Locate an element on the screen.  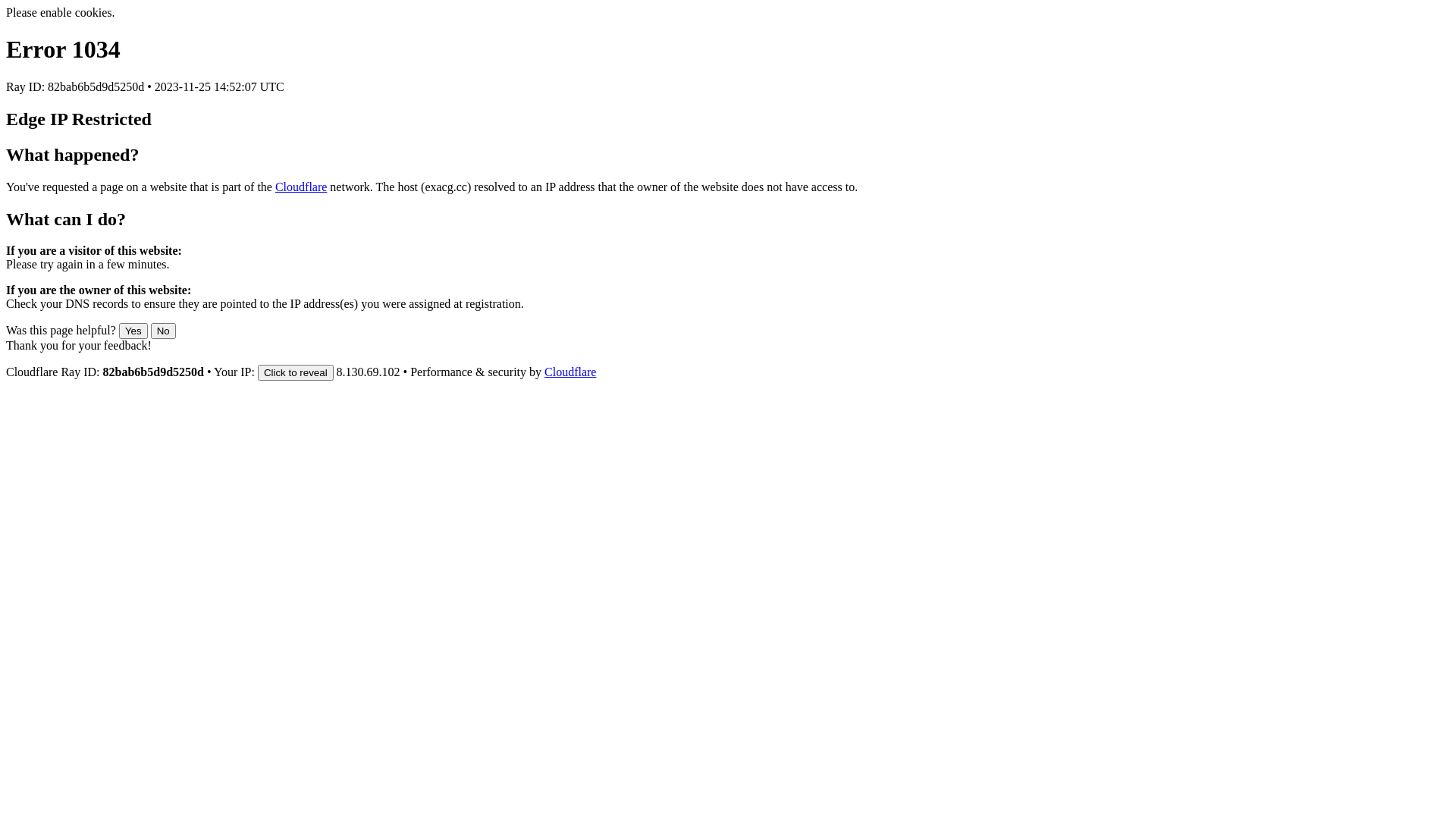
'No' is located at coordinates (163, 330).